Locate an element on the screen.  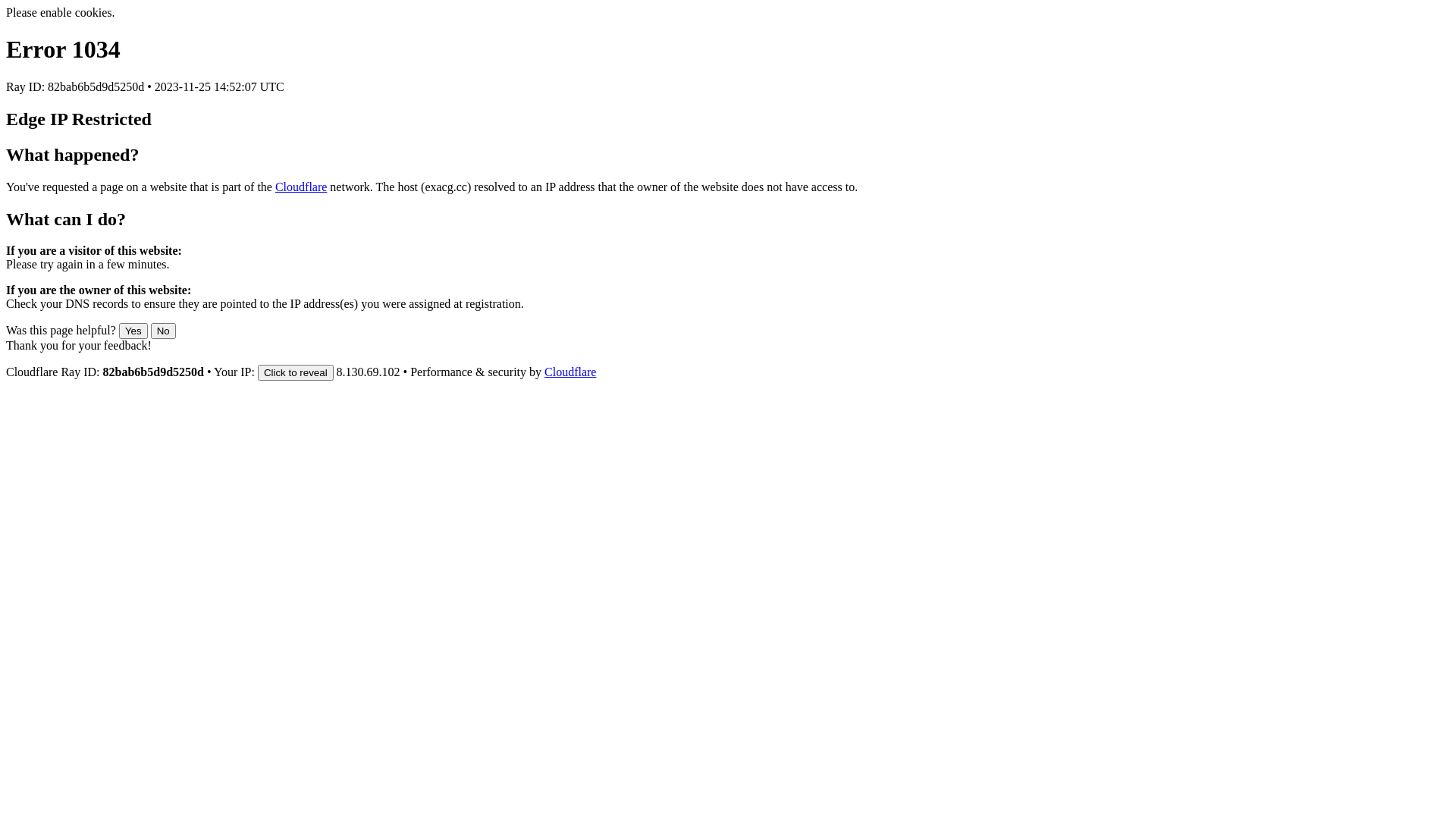
'No' is located at coordinates (163, 330).